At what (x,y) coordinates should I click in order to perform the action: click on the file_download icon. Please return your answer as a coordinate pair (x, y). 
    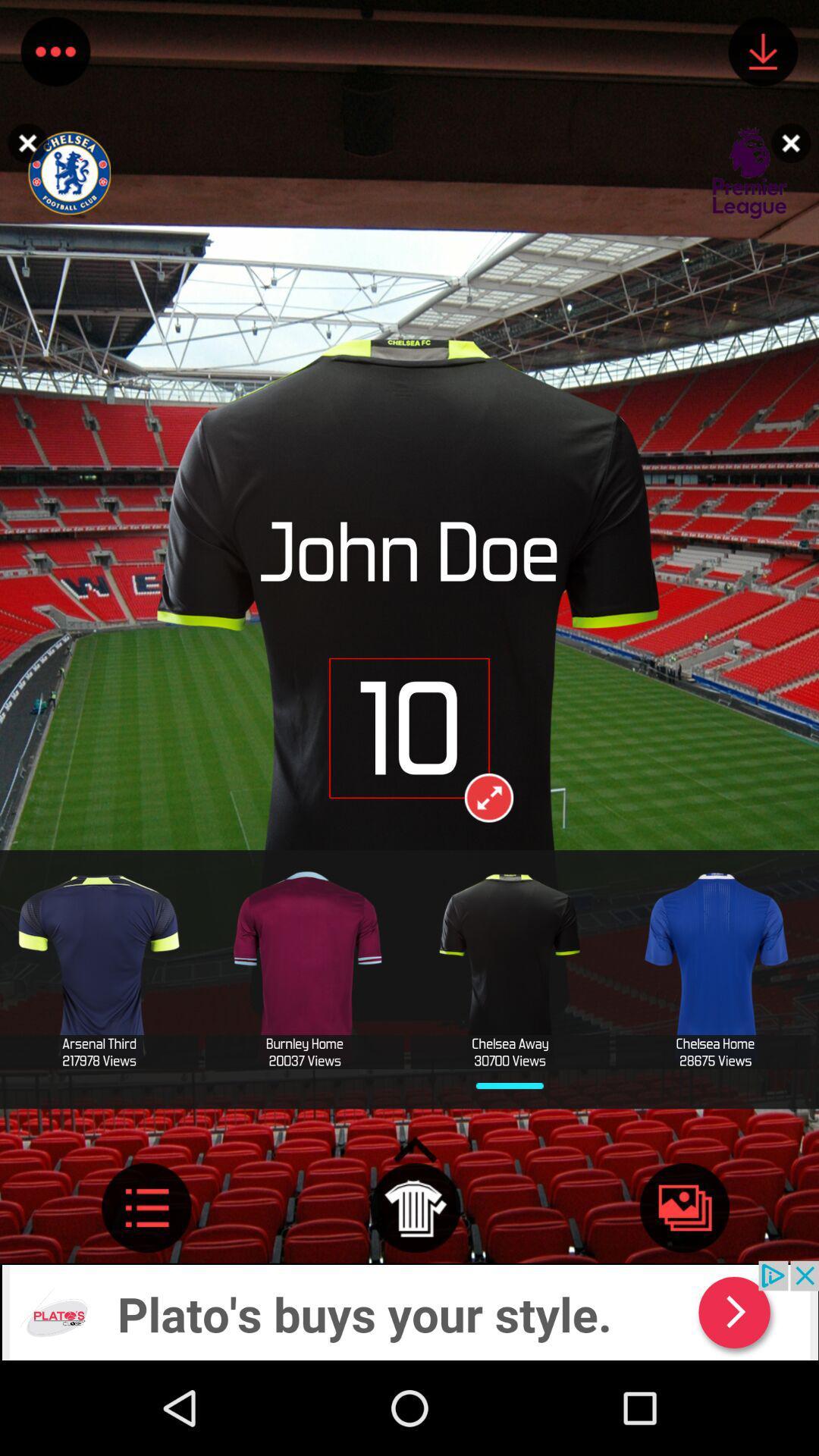
    Looking at the image, I should click on (763, 55).